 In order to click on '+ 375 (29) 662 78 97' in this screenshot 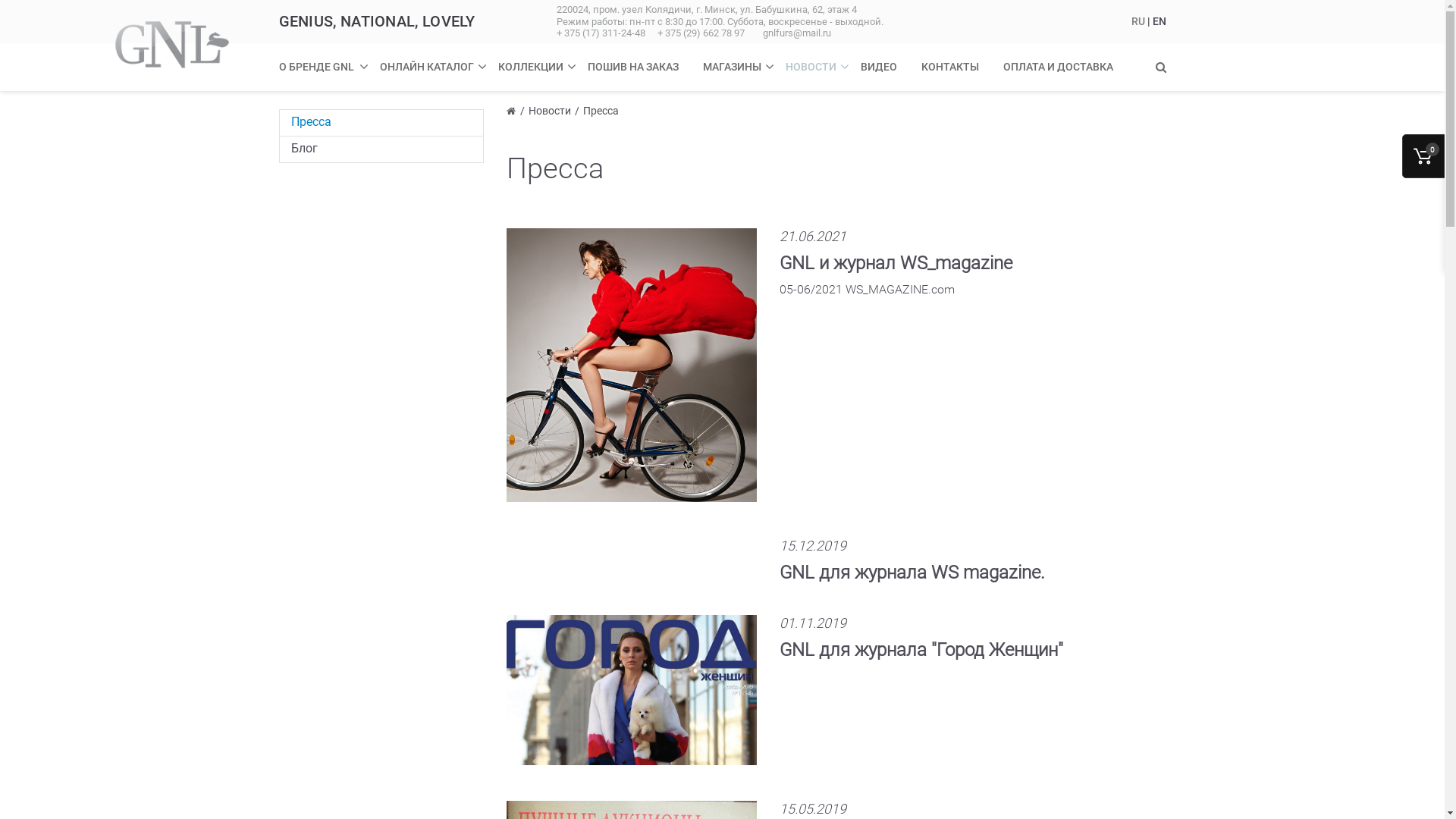, I will do `click(657, 33)`.